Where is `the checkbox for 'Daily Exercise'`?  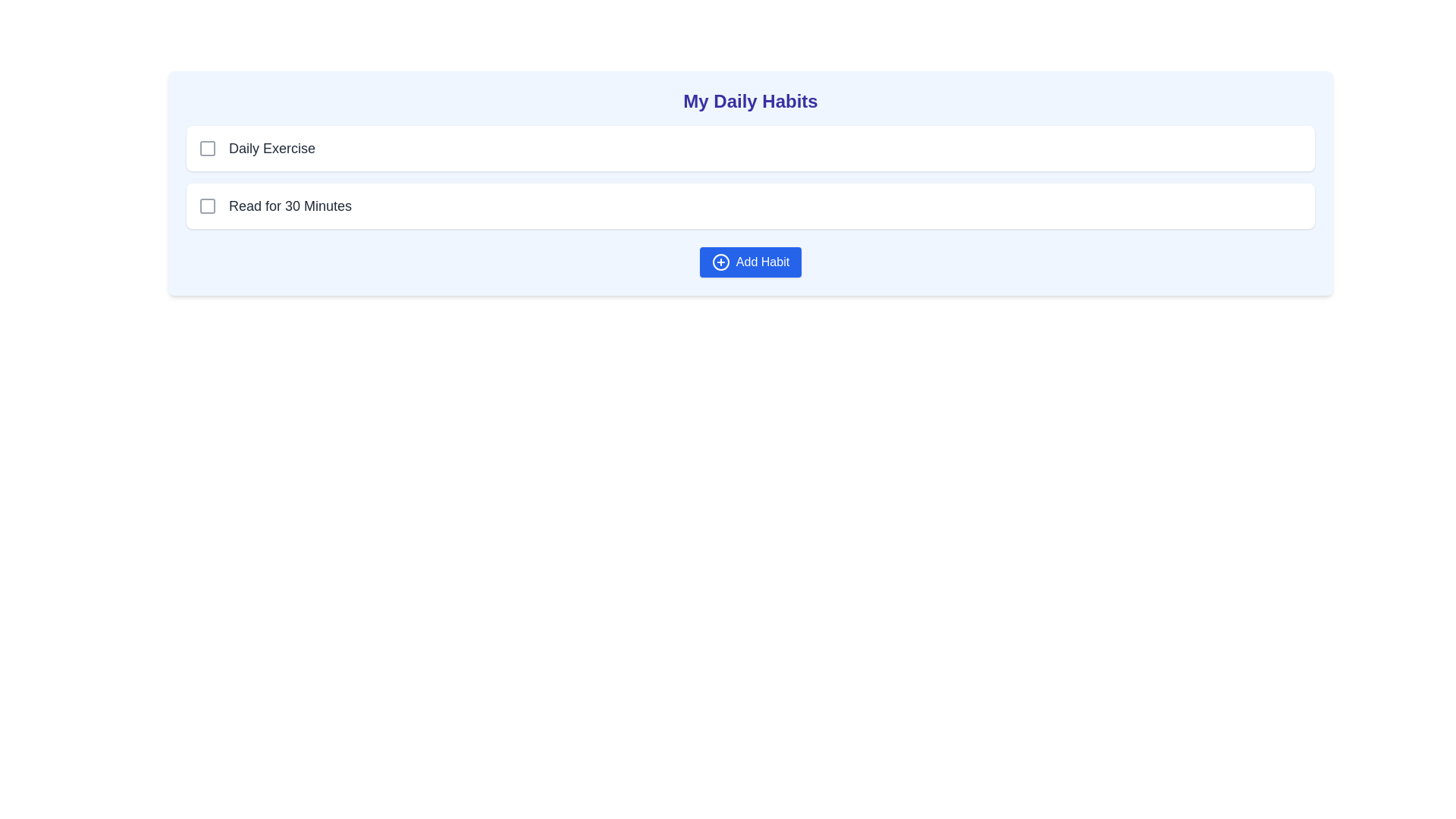
the checkbox for 'Daily Exercise' is located at coordinates (206, 149).